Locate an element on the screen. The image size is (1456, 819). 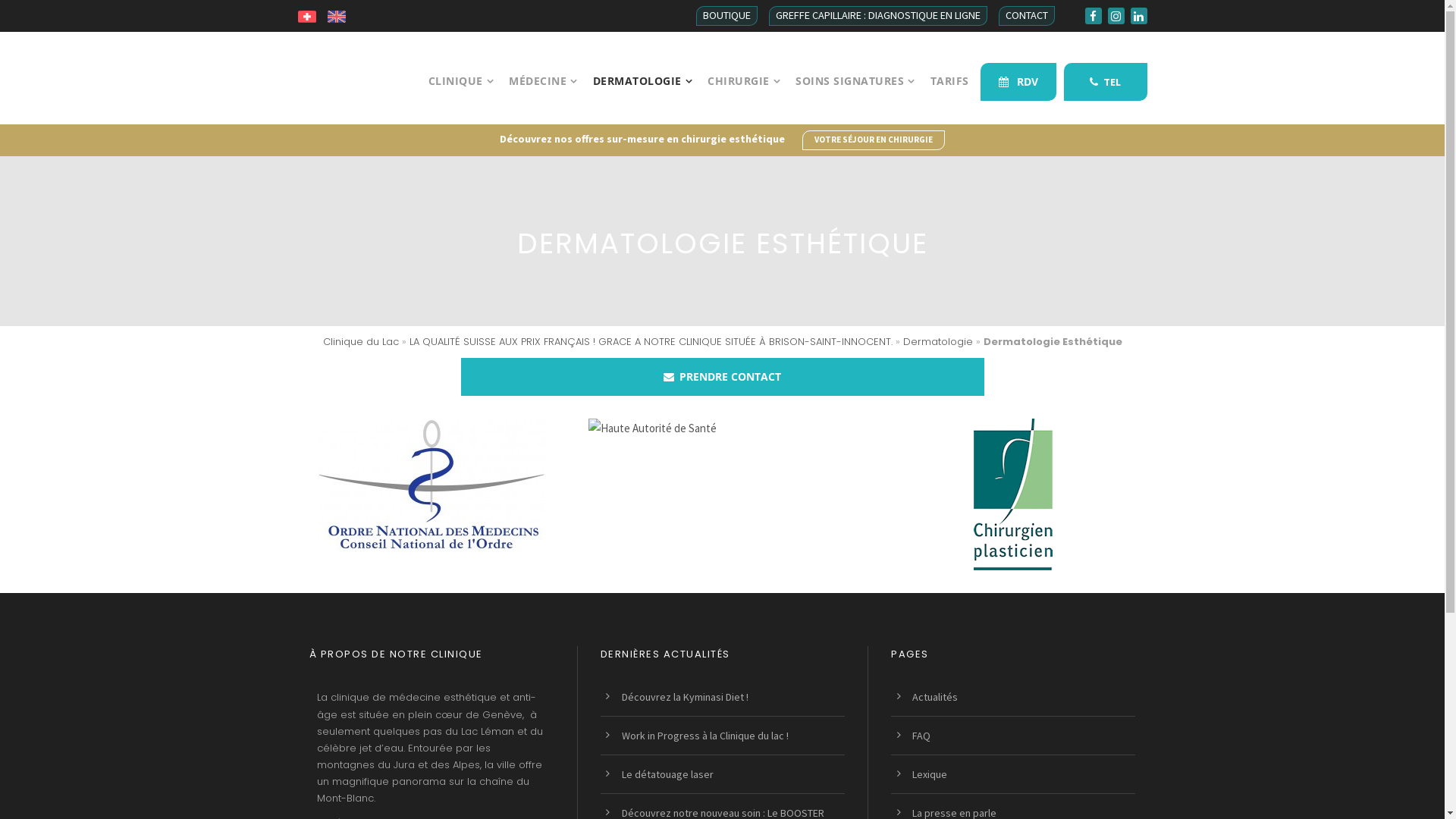
'BOUTIQUE' is located at coordinates (726, 15).